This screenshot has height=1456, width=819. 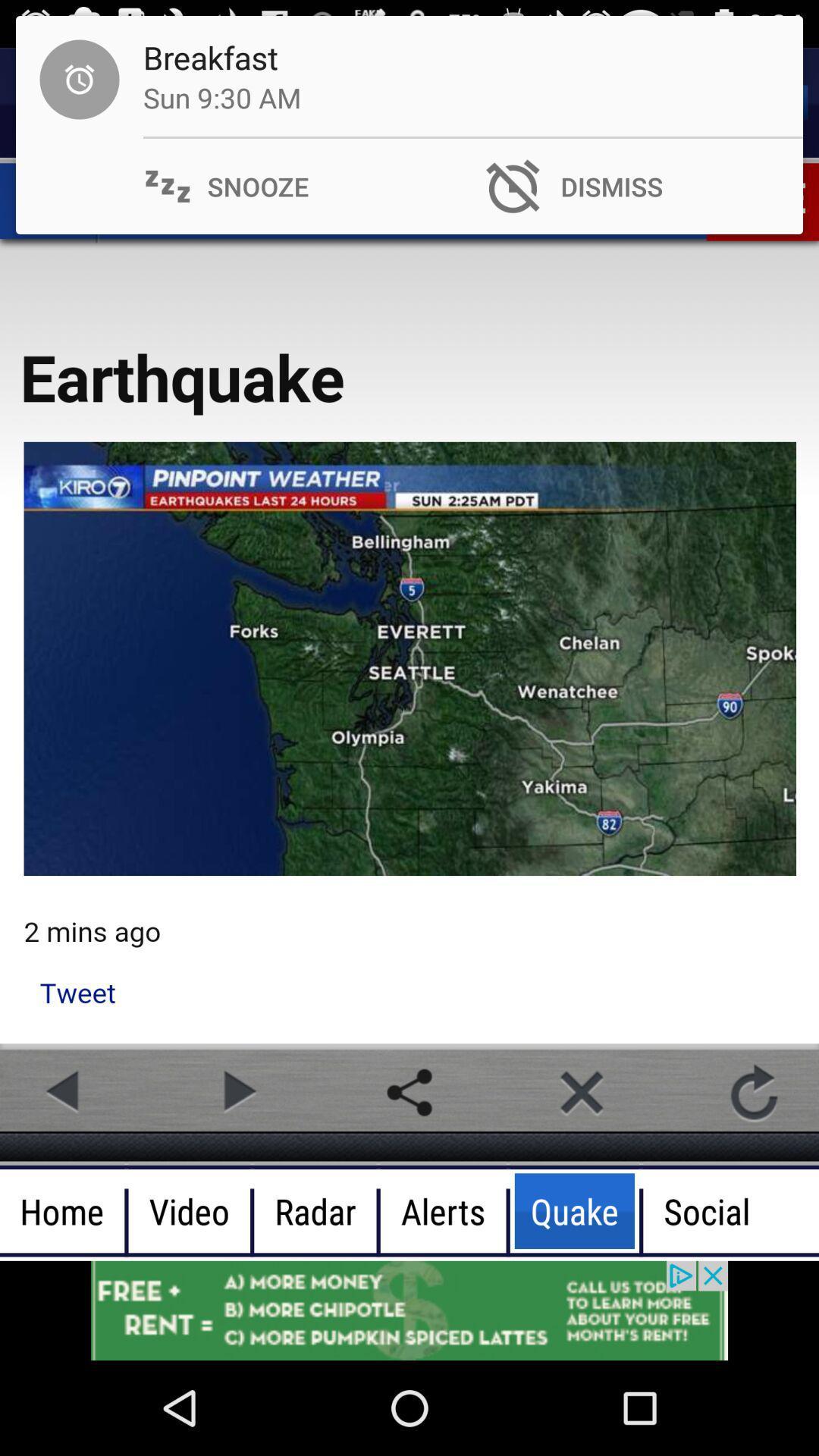 I want to click on the share icon, so click(x=409, y=1092).